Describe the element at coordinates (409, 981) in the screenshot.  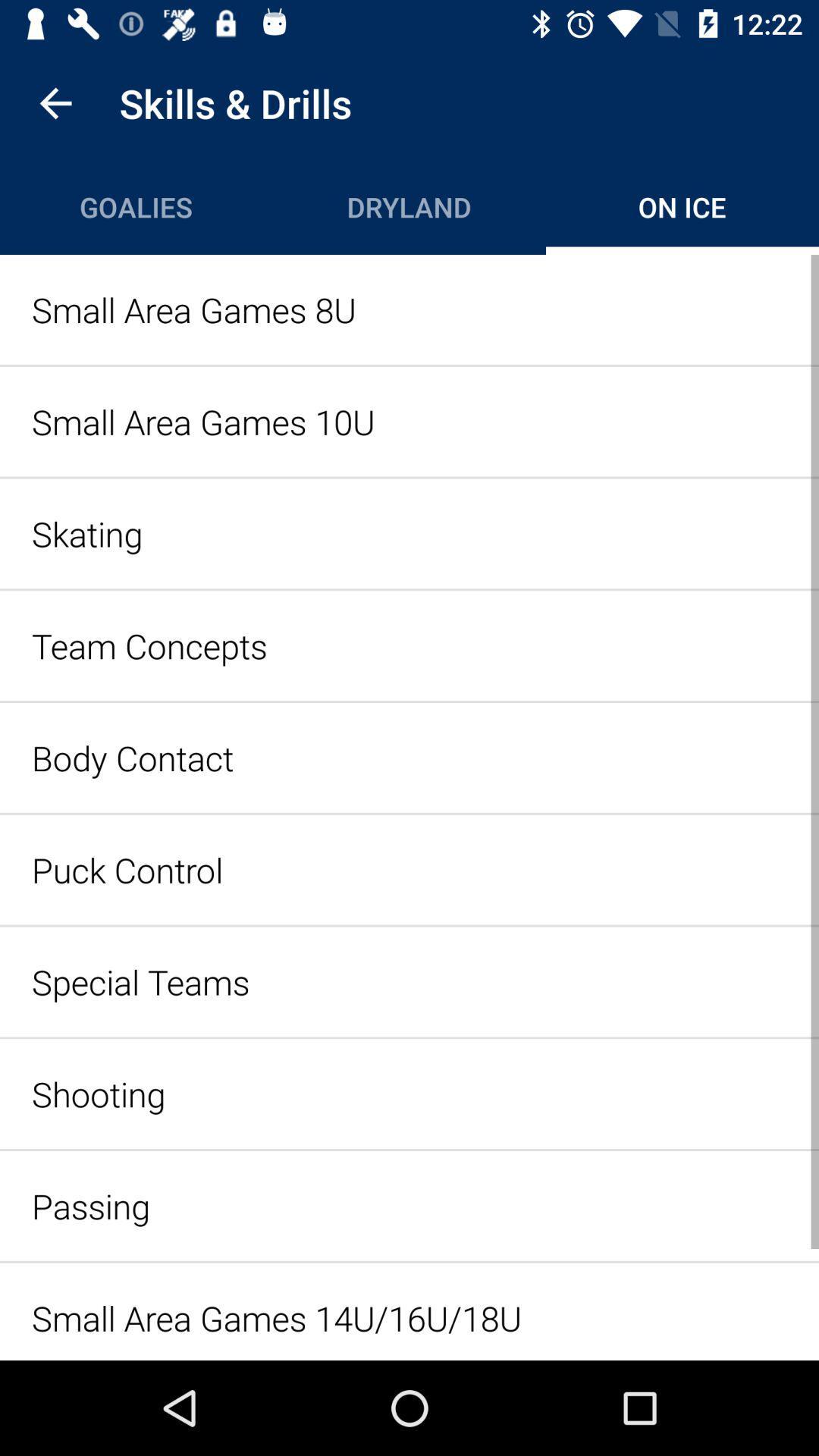
I see `item above the shooting item` at that location.